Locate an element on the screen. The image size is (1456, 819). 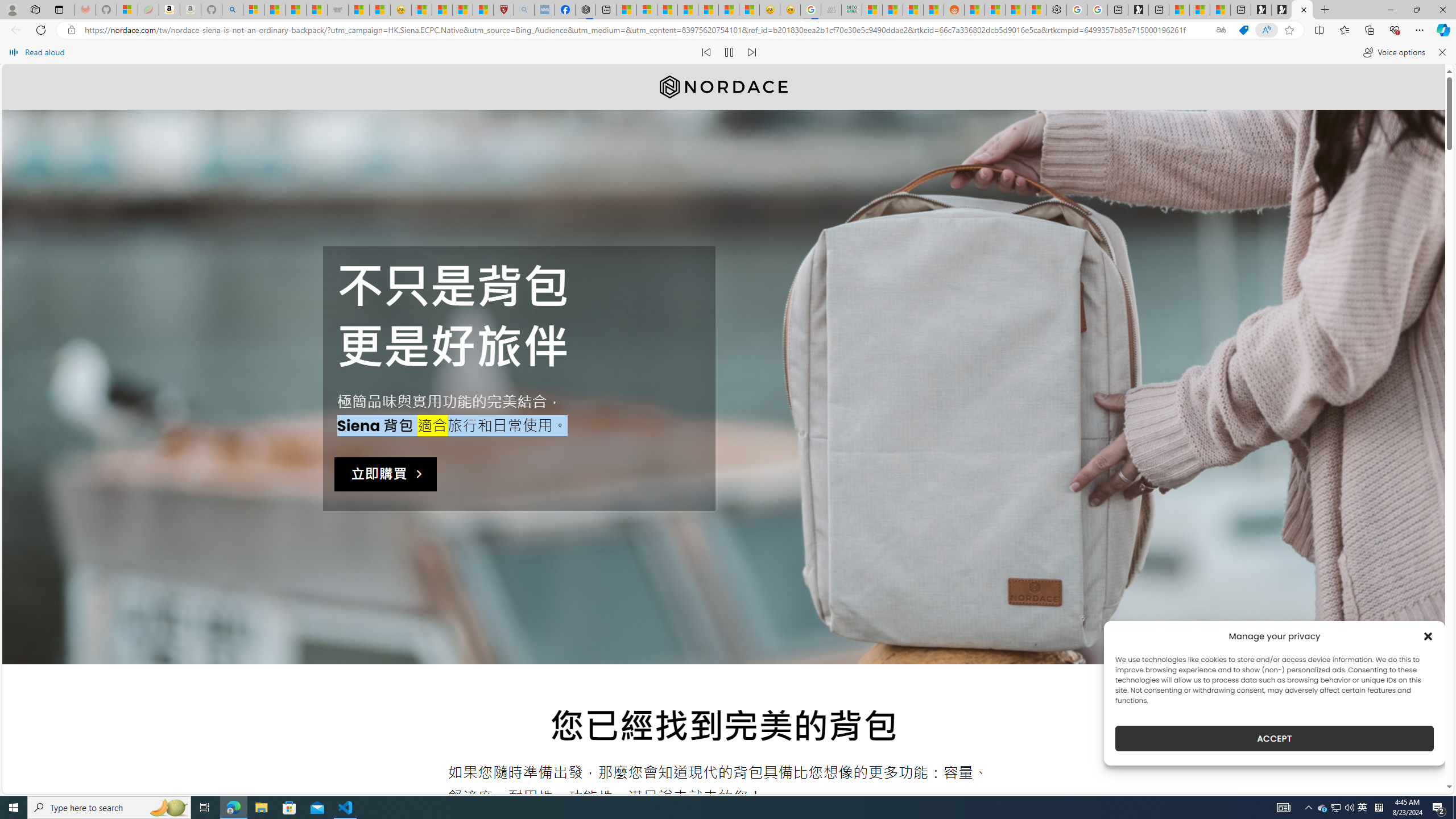
'Combat Siege' is located at coordinates (337, 9).